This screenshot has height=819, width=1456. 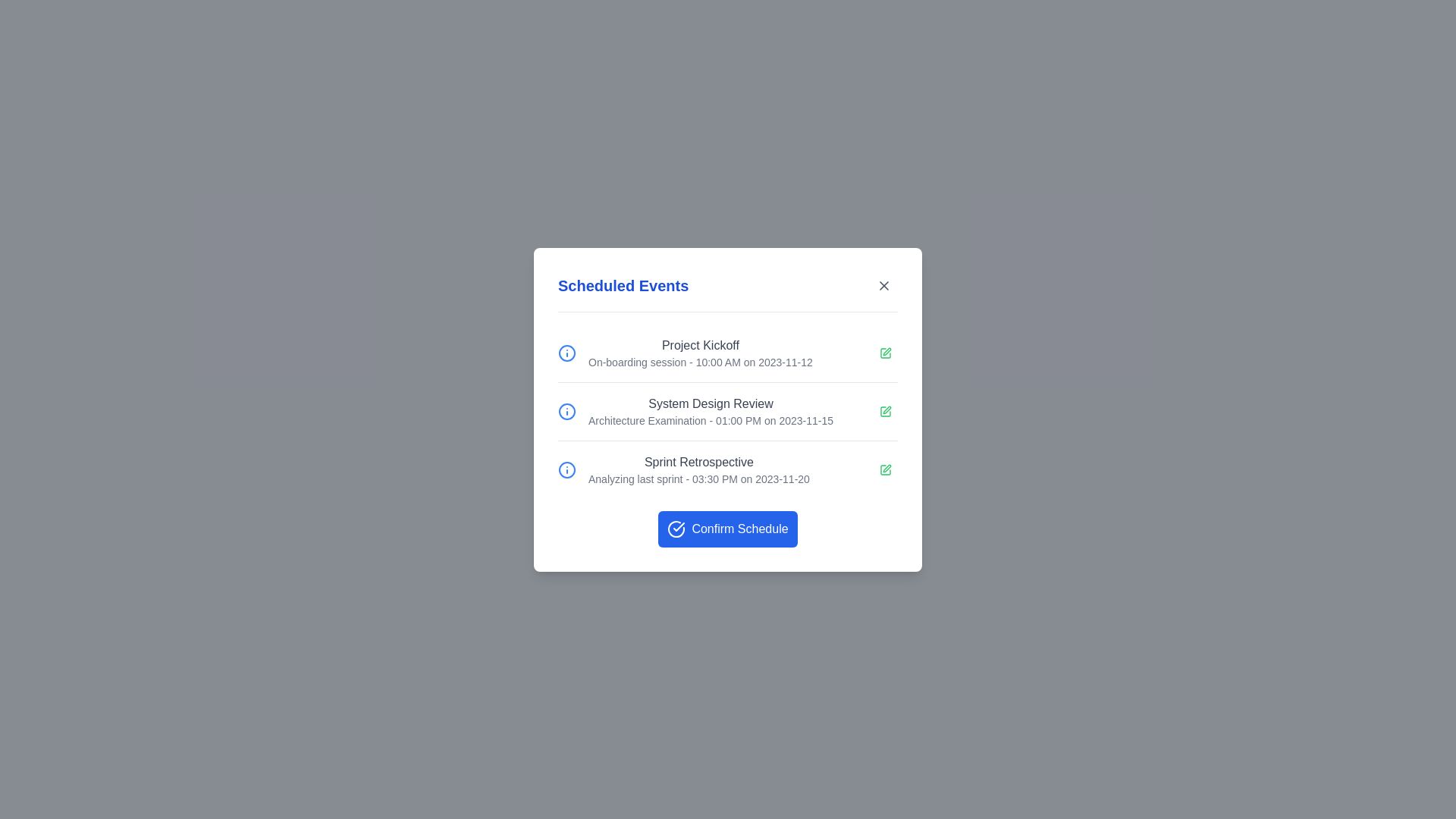 I want to click on close button to close the dialog, so click(x=884, y=285).